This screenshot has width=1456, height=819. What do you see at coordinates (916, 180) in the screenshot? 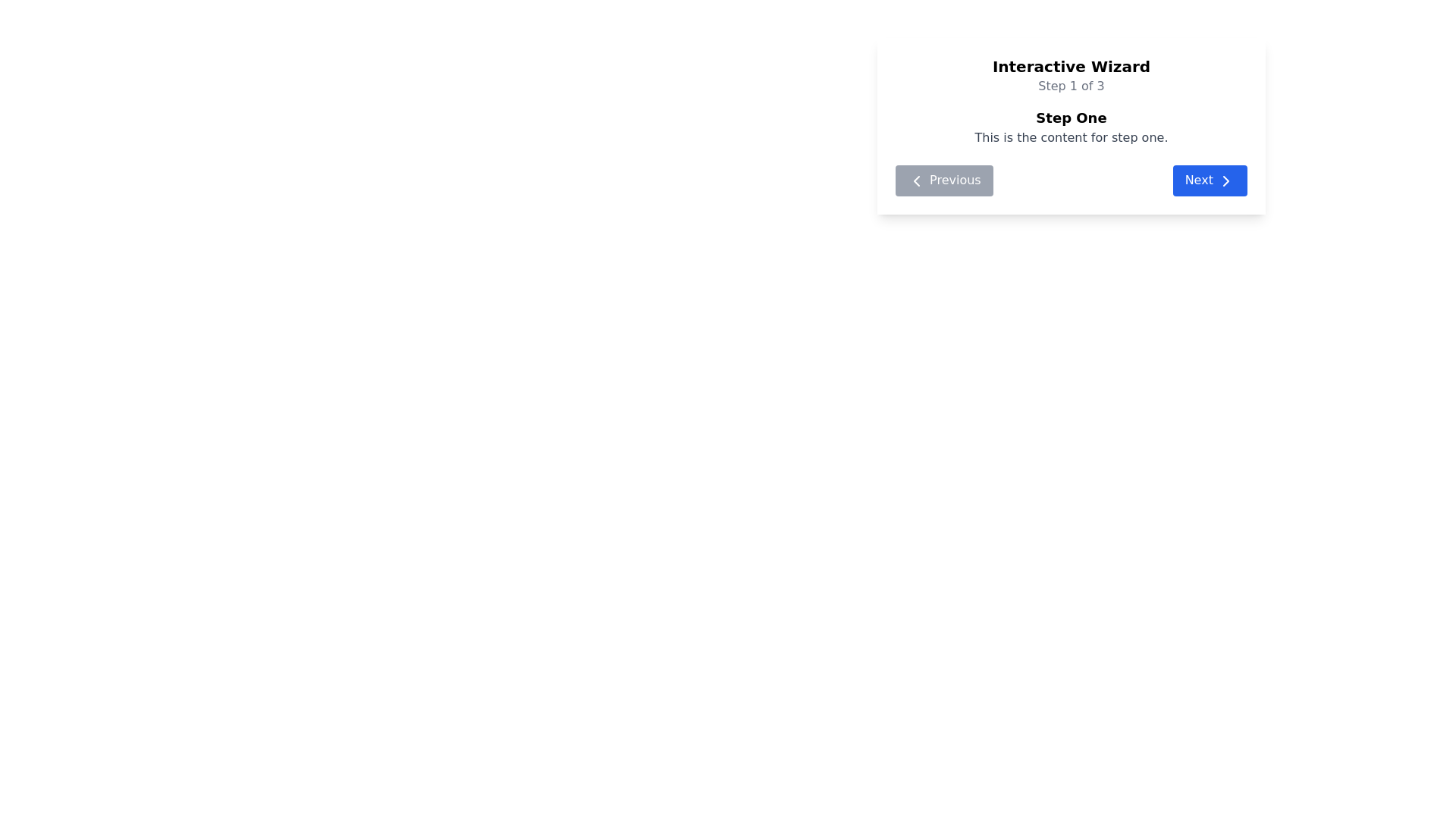
I see `the left-facing chevron icon within the 'Previous' button` at bounding box center [916, 180].